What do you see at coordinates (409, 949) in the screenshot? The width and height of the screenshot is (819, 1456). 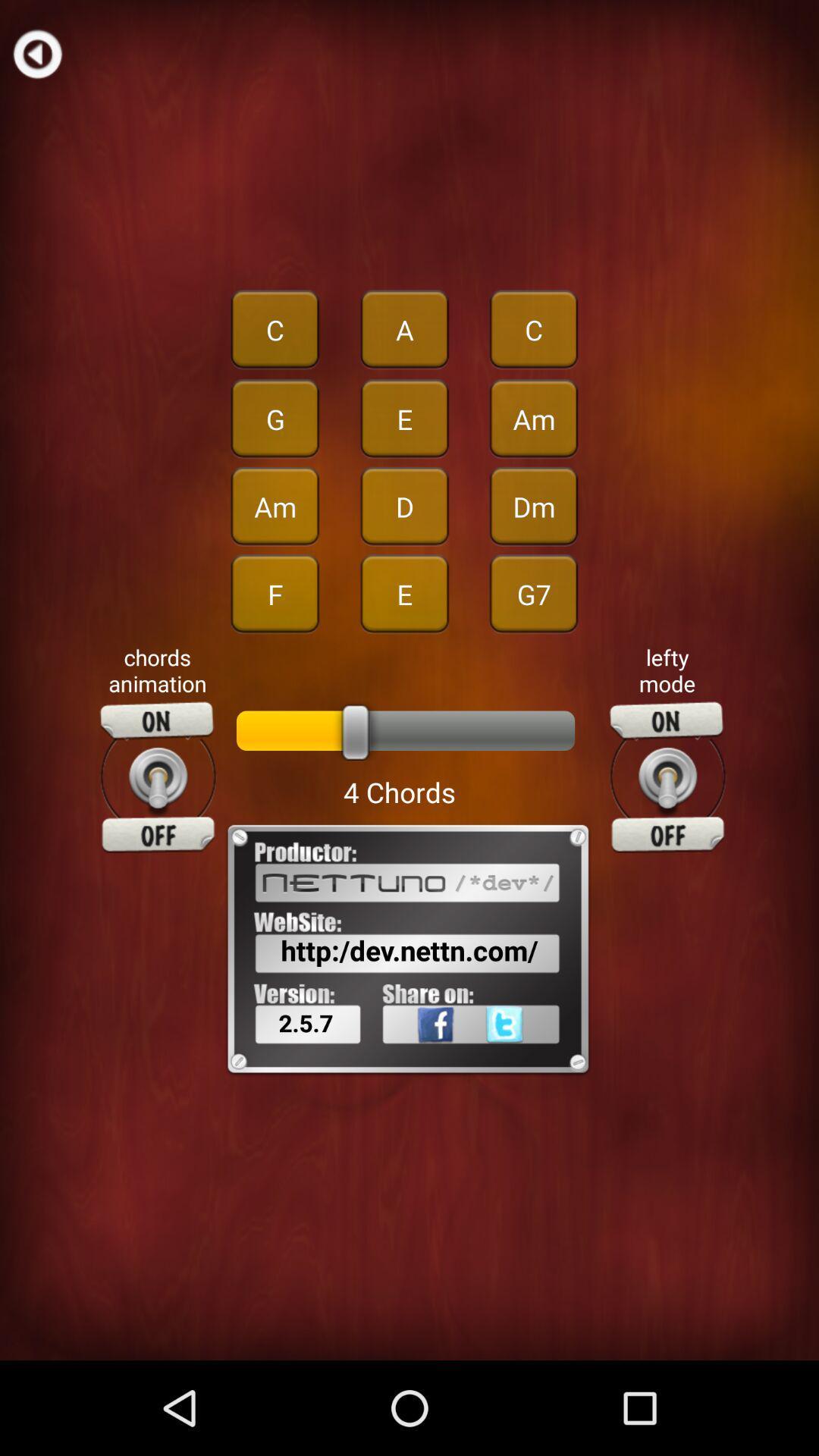 I see `http dev nettn icon` at bounding box center [409, 949].